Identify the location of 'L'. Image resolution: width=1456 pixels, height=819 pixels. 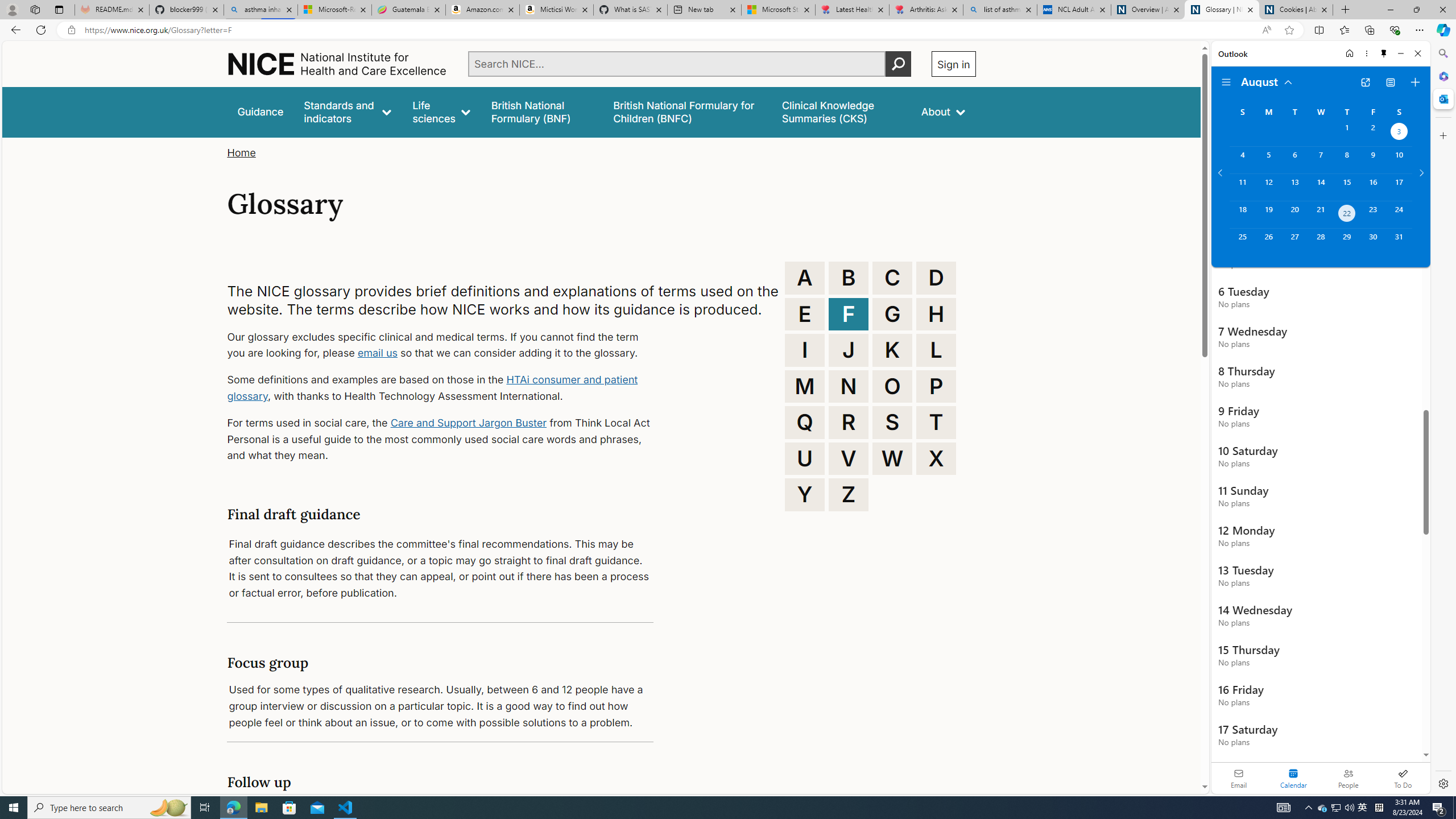
(936, 350).